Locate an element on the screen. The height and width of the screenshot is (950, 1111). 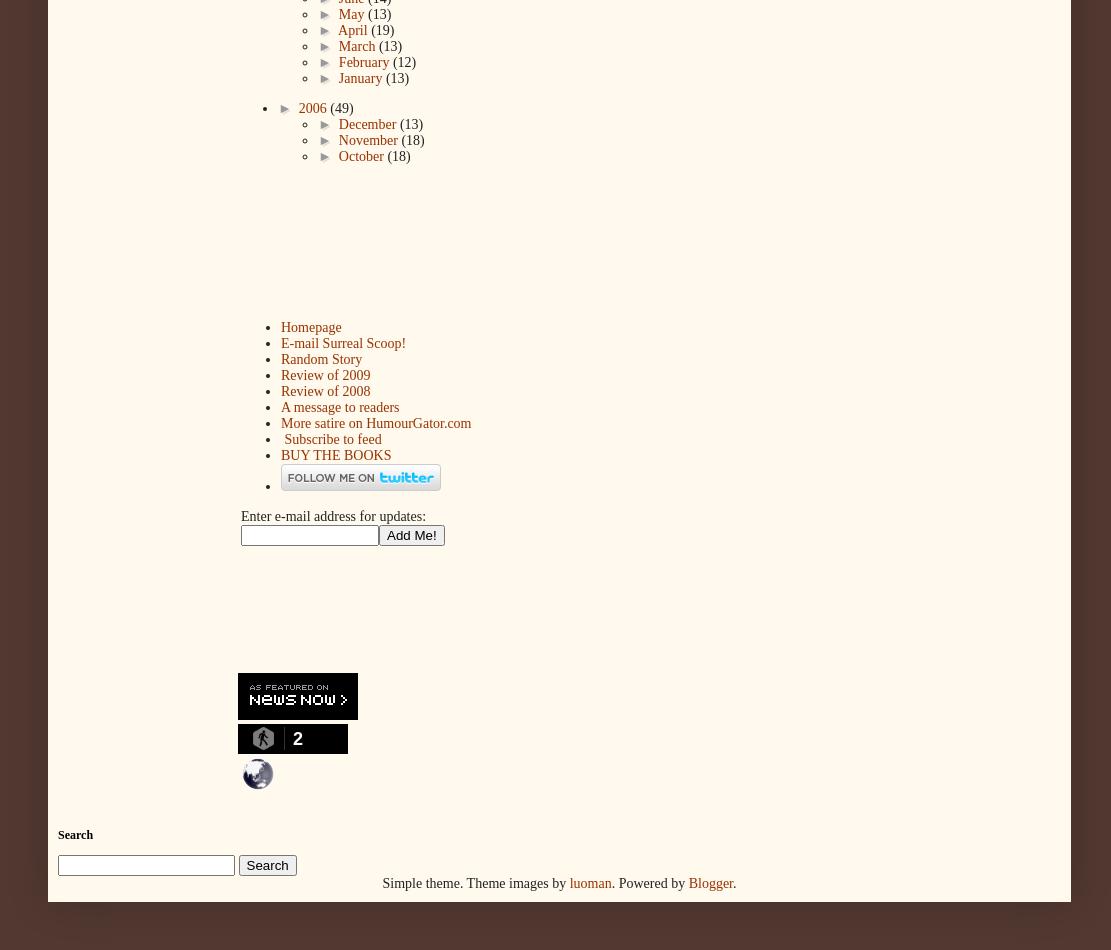
'(12)' is located at coordinates (403, 62).